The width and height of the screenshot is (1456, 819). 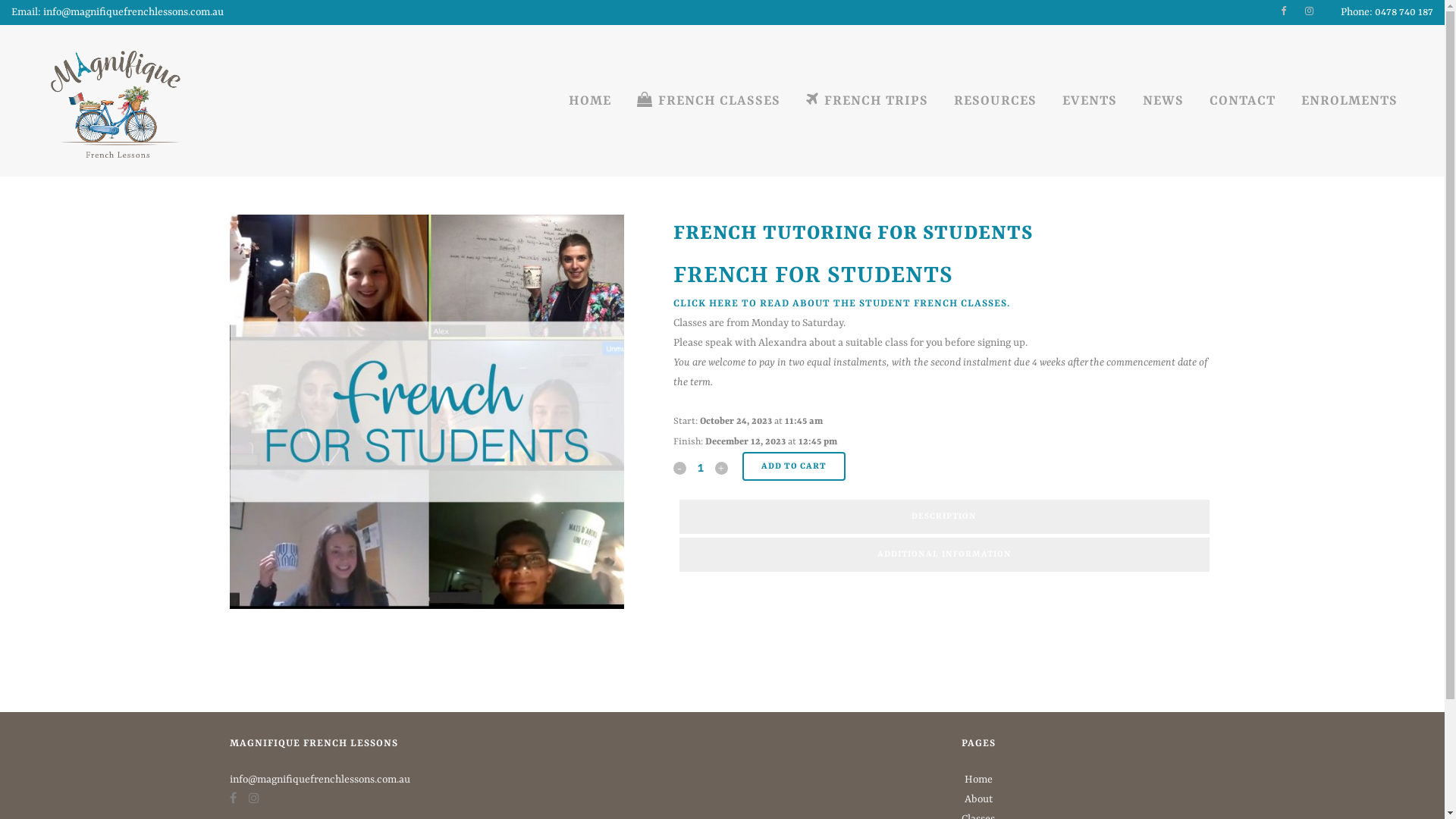 I want to click on 'info@magnifiquefrenchlessons.com.au', so click(x=133, y=11).